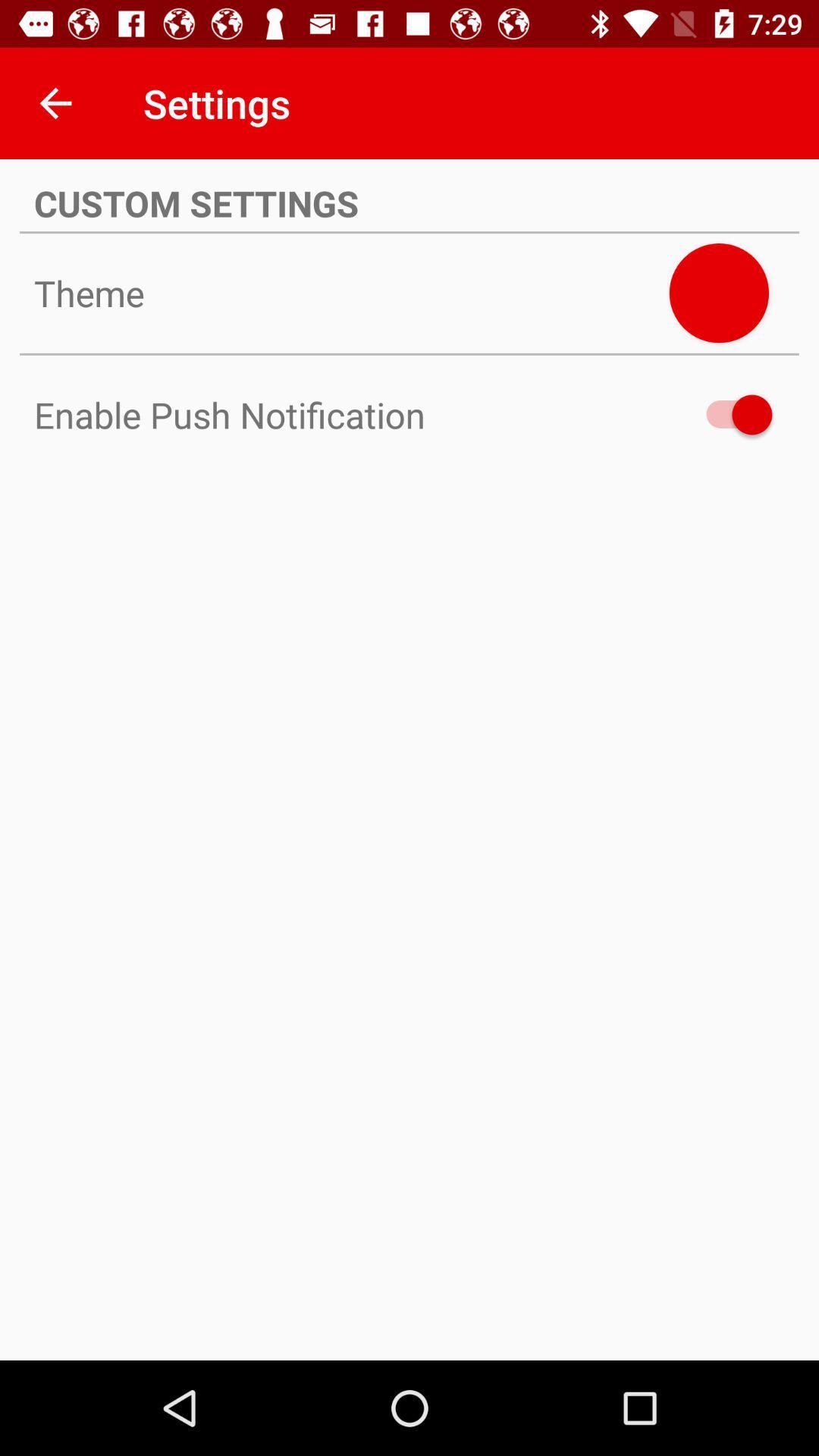 The width and height of the screenshot is (819, 1456). What do you see at coordinates (731, 415) in the screenshot?
I see `push notifications` at bounding box center [731, 415].